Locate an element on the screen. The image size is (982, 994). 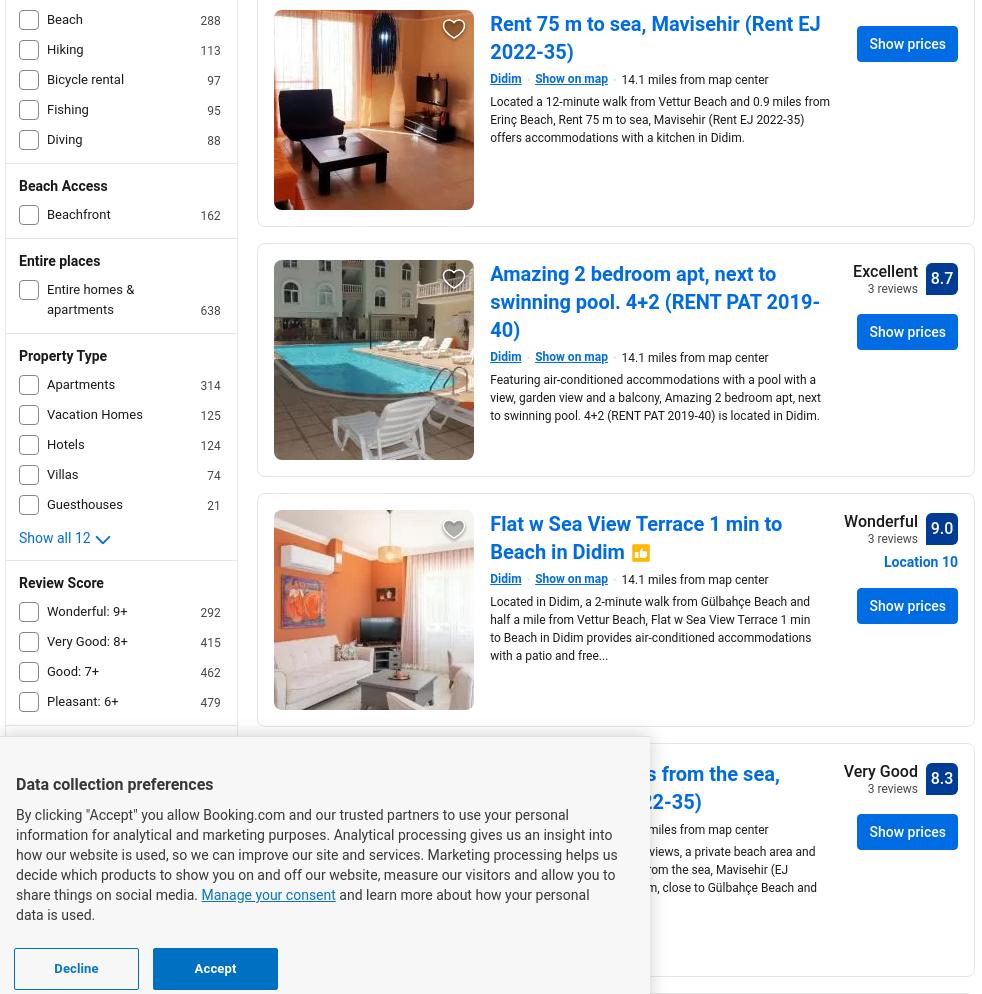
'Pleasant: 6+' is located at coordinates (81, 700).